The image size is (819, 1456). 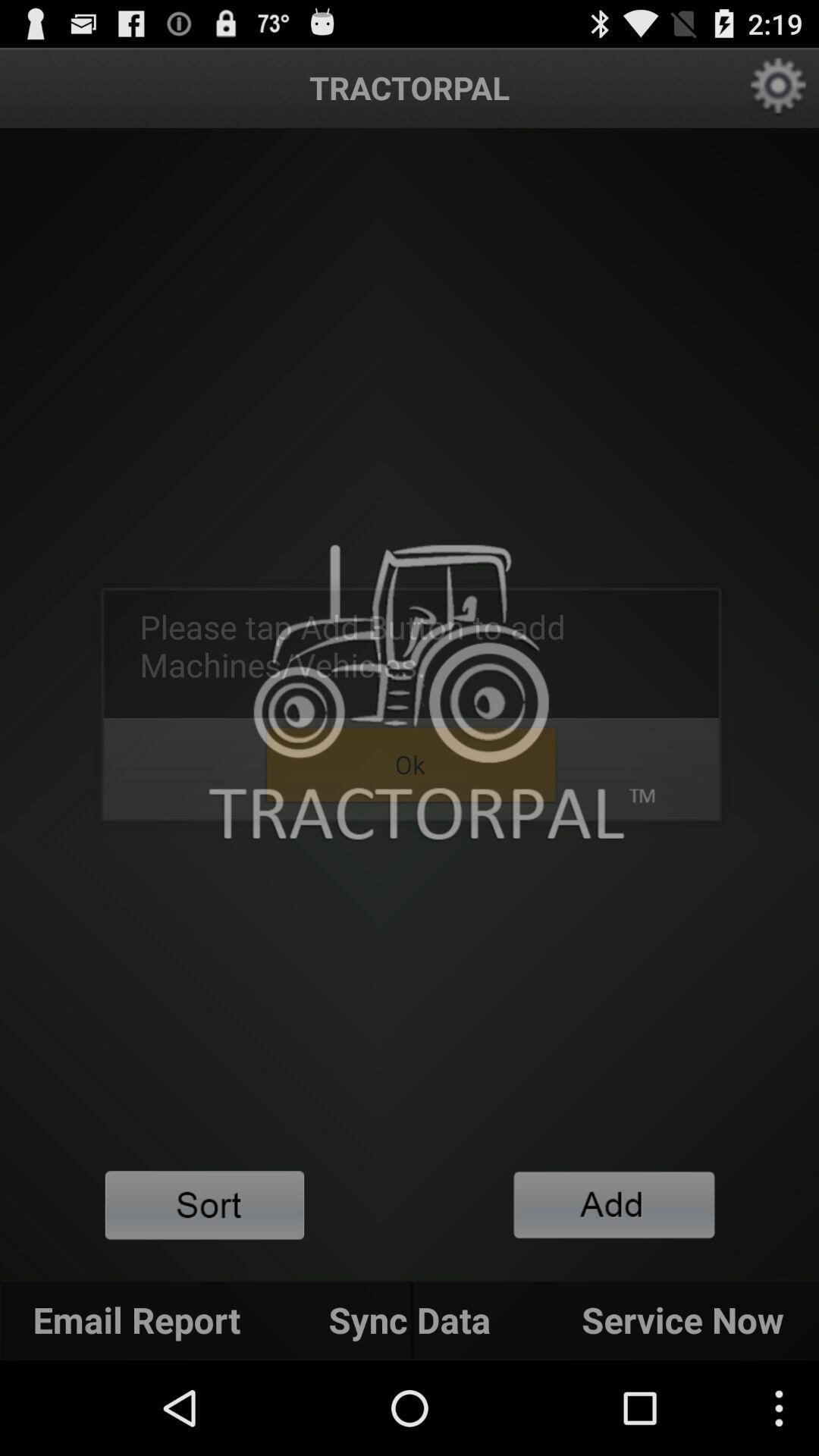 I want to click on content filter, so click(x=205, y=1204).